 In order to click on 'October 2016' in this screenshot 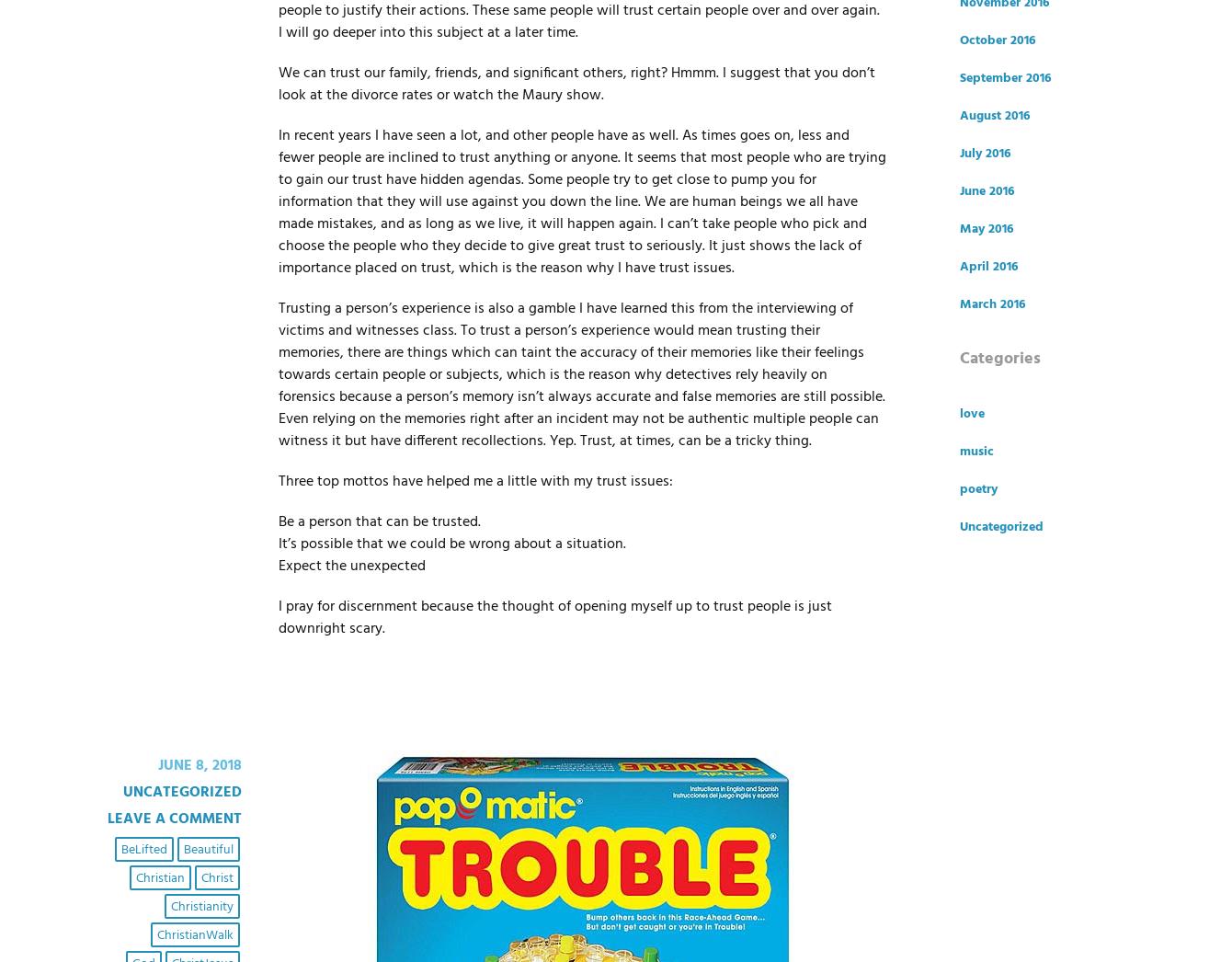, I will do `click(998, 40)`.